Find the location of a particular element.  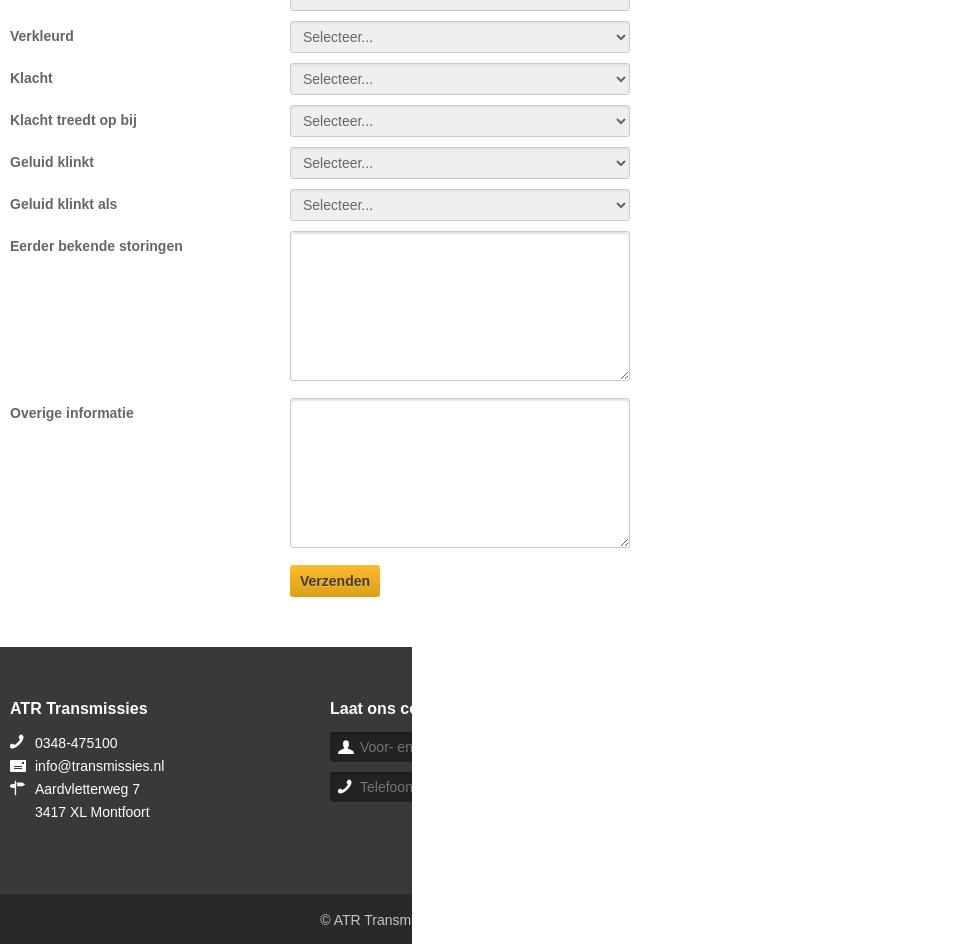

'Geluid klinkt' is located at coordinates (51, 161).